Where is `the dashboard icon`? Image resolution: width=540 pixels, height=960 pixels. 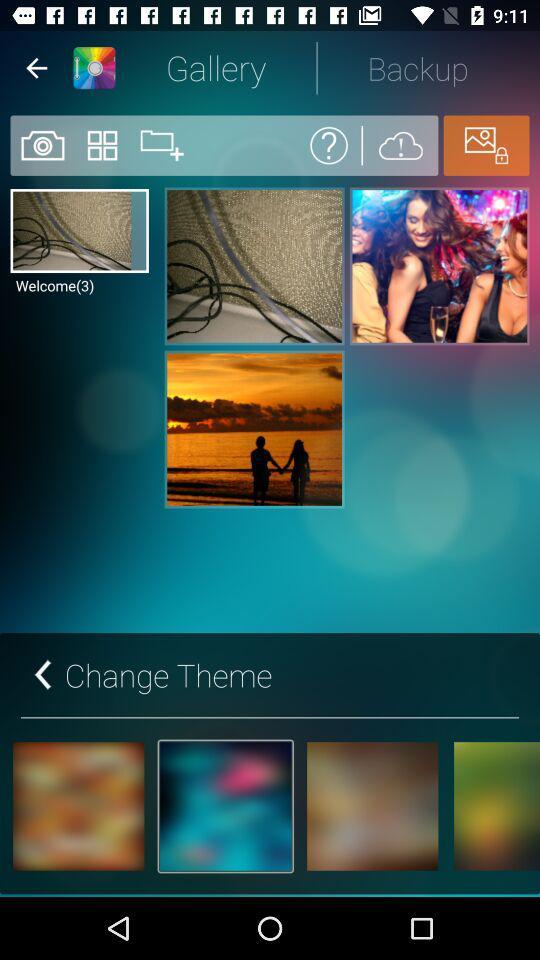 the dashboard icon is located at coordinates (102, 144).